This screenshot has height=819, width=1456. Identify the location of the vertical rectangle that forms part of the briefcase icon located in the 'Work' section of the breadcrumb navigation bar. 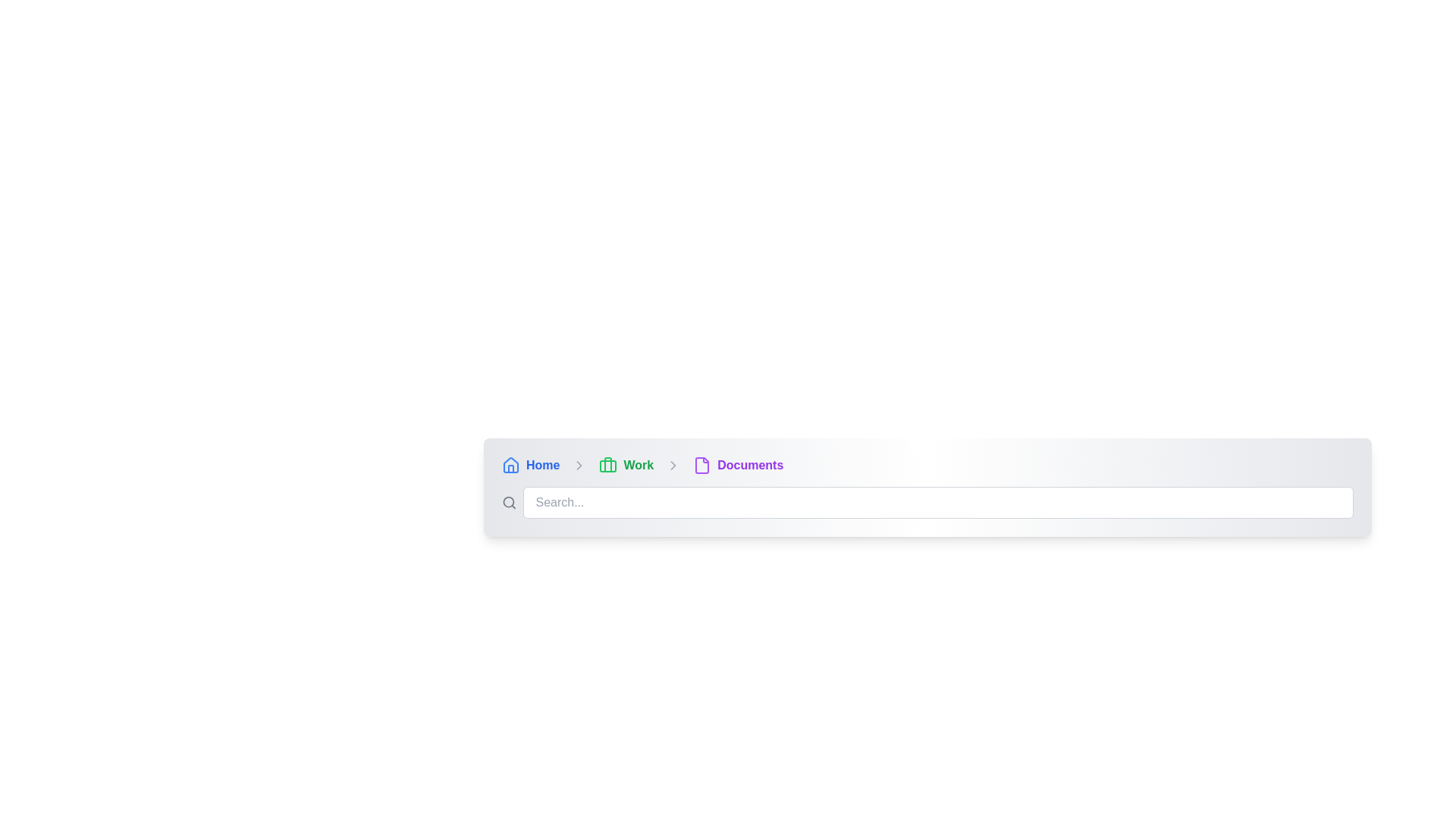
(608, 464).